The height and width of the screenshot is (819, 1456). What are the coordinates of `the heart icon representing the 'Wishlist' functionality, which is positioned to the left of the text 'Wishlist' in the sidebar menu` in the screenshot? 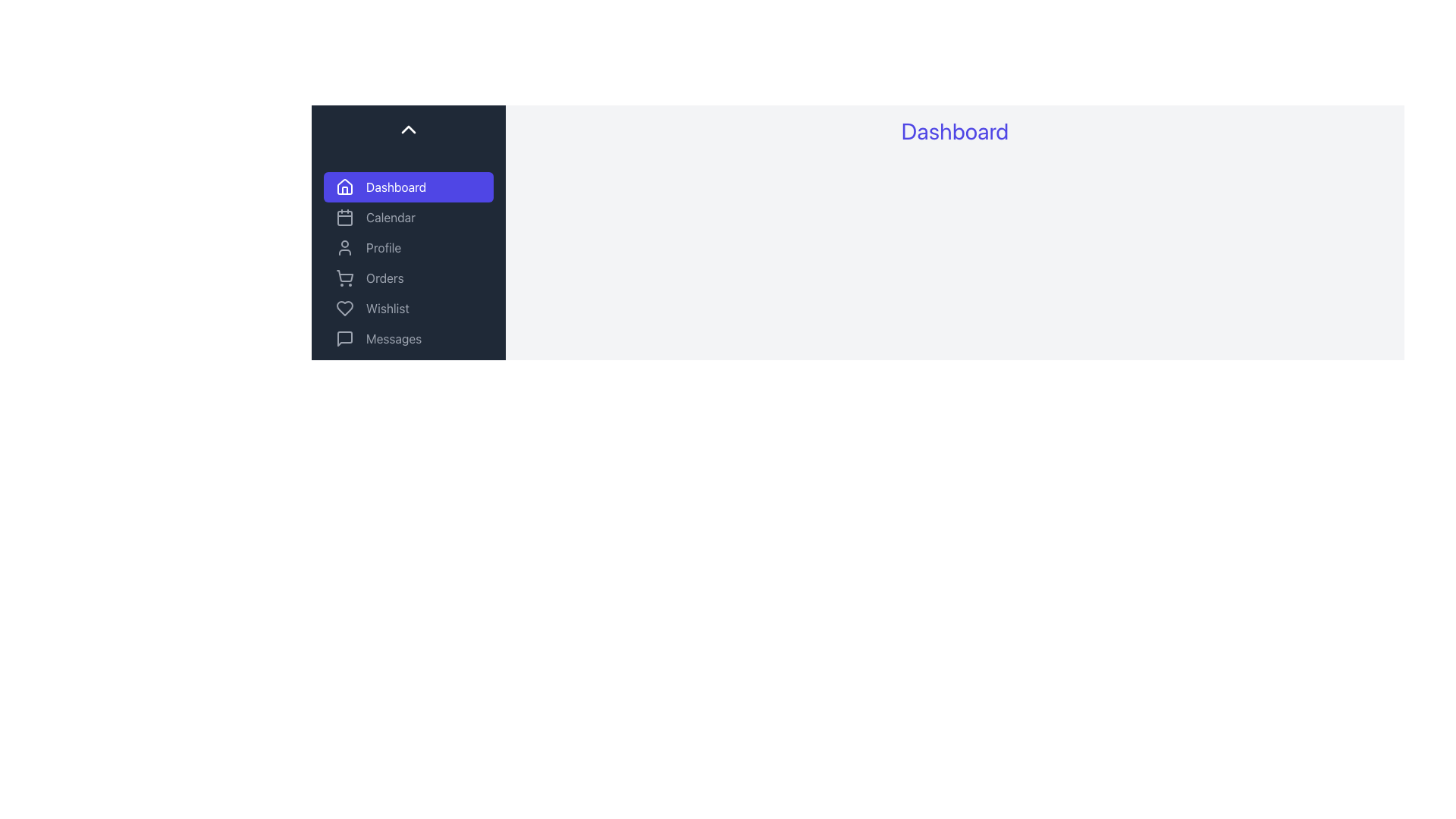 It's located at (344, 308).